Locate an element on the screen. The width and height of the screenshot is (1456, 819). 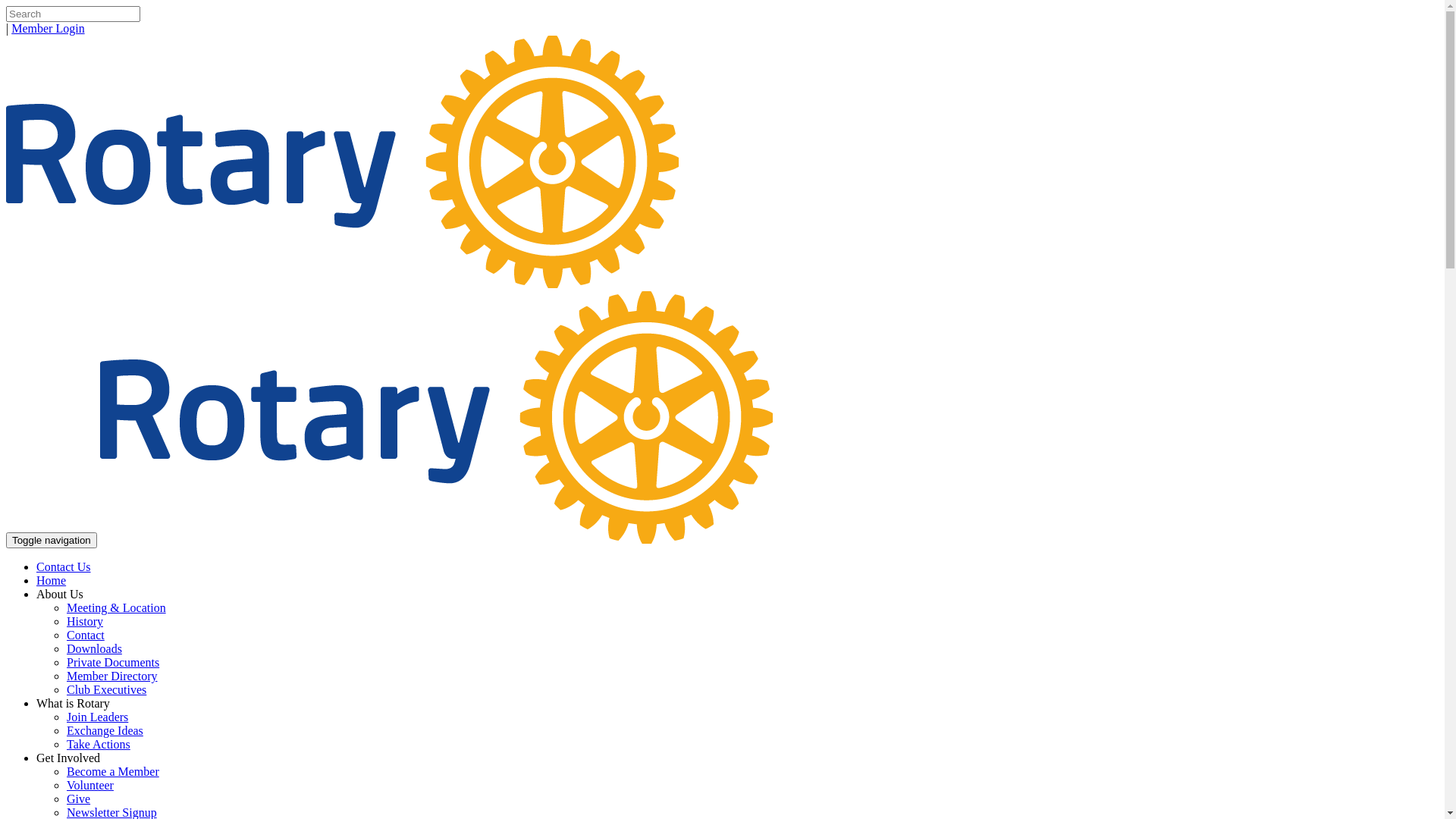
'Exchange Ideas' is located at coordinates (65, 730).